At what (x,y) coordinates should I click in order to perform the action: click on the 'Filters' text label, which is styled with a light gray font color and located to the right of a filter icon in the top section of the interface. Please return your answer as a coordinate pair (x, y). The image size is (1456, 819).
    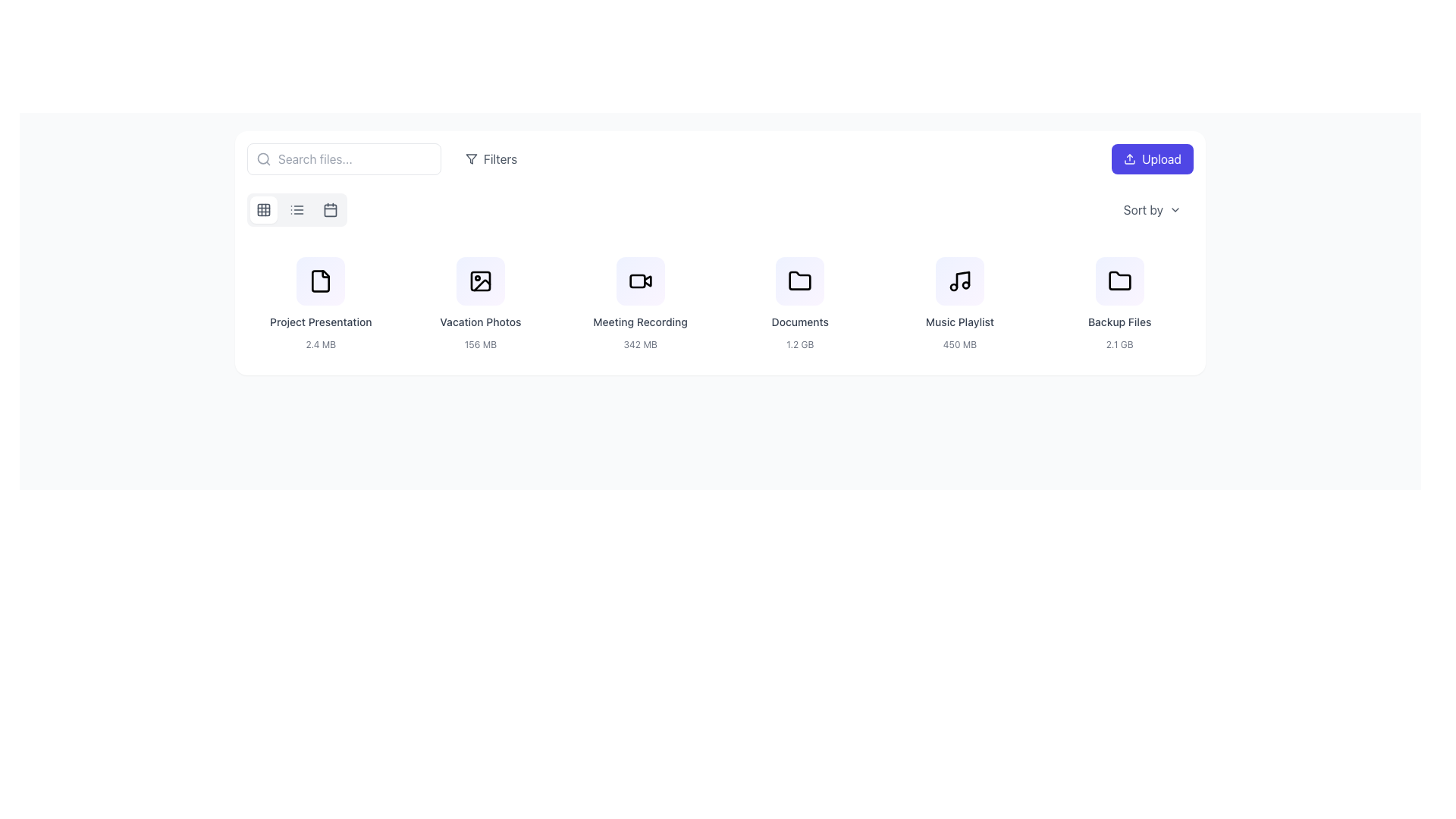
    Looking at the image, I should click on (500, 158).